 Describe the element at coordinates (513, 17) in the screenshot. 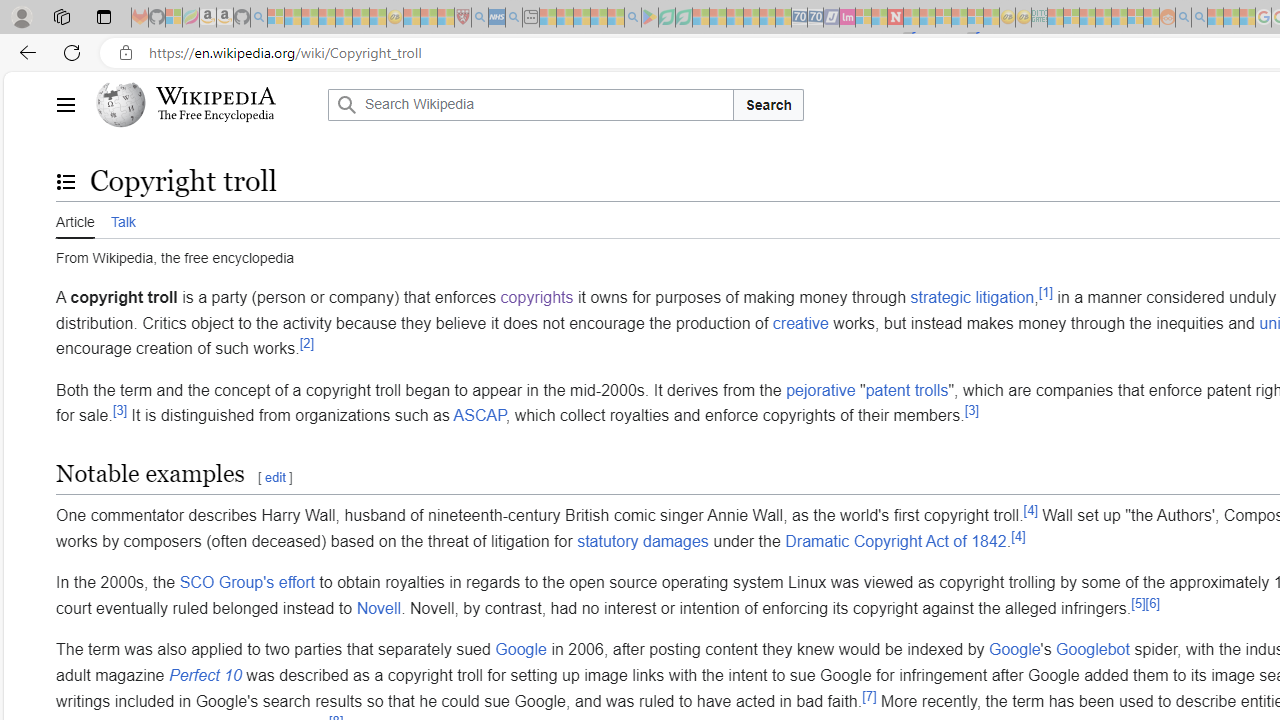

I see `'utah sues federal government - Search - Sleeping'` at that location.